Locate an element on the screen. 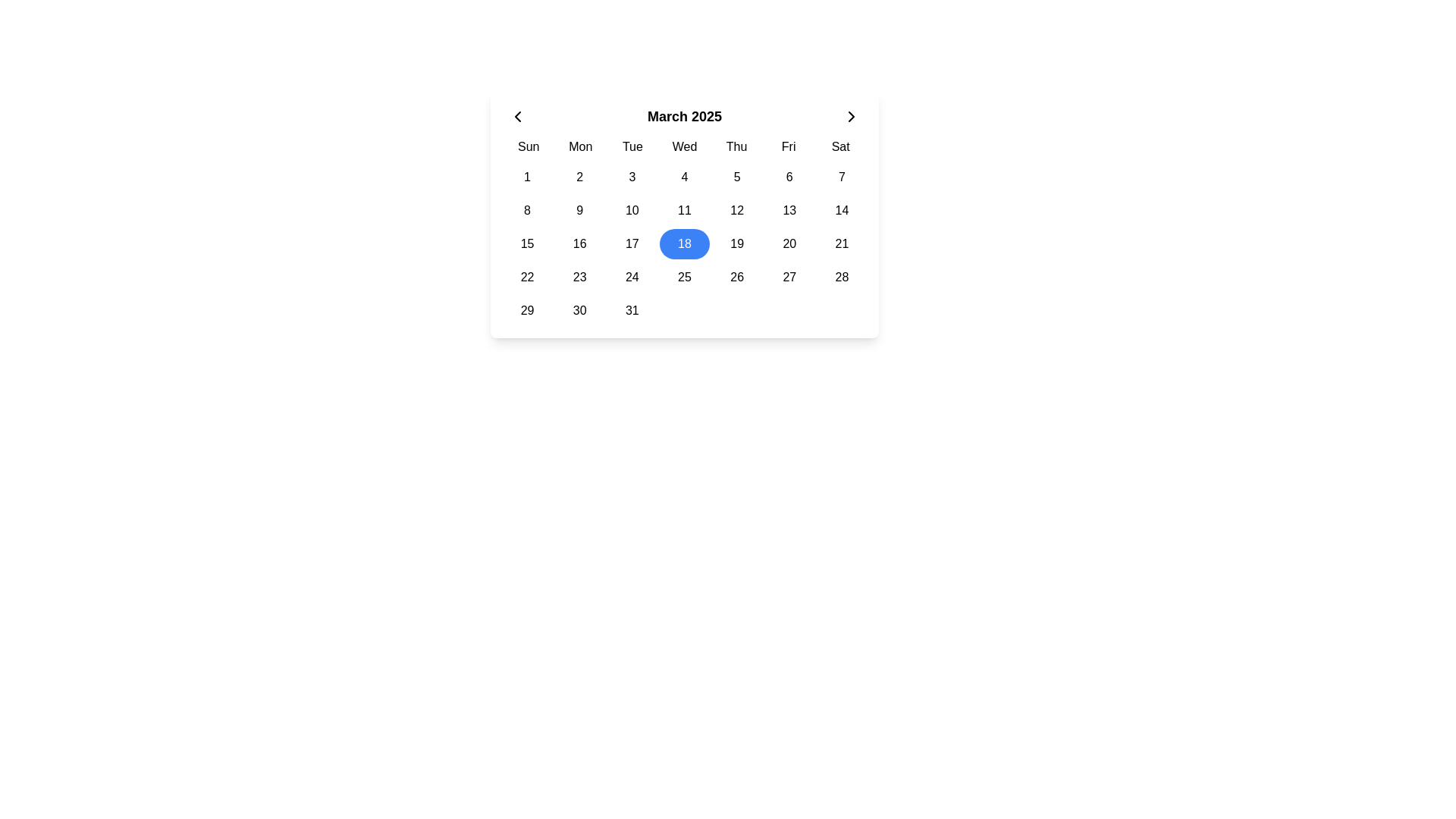 The height and width of the screenshot is (819, 1456). the first button in the calendar month located in the top-left corner of the 7x7 grid under the 'Sun' column header is located at coordinates (527, 177).